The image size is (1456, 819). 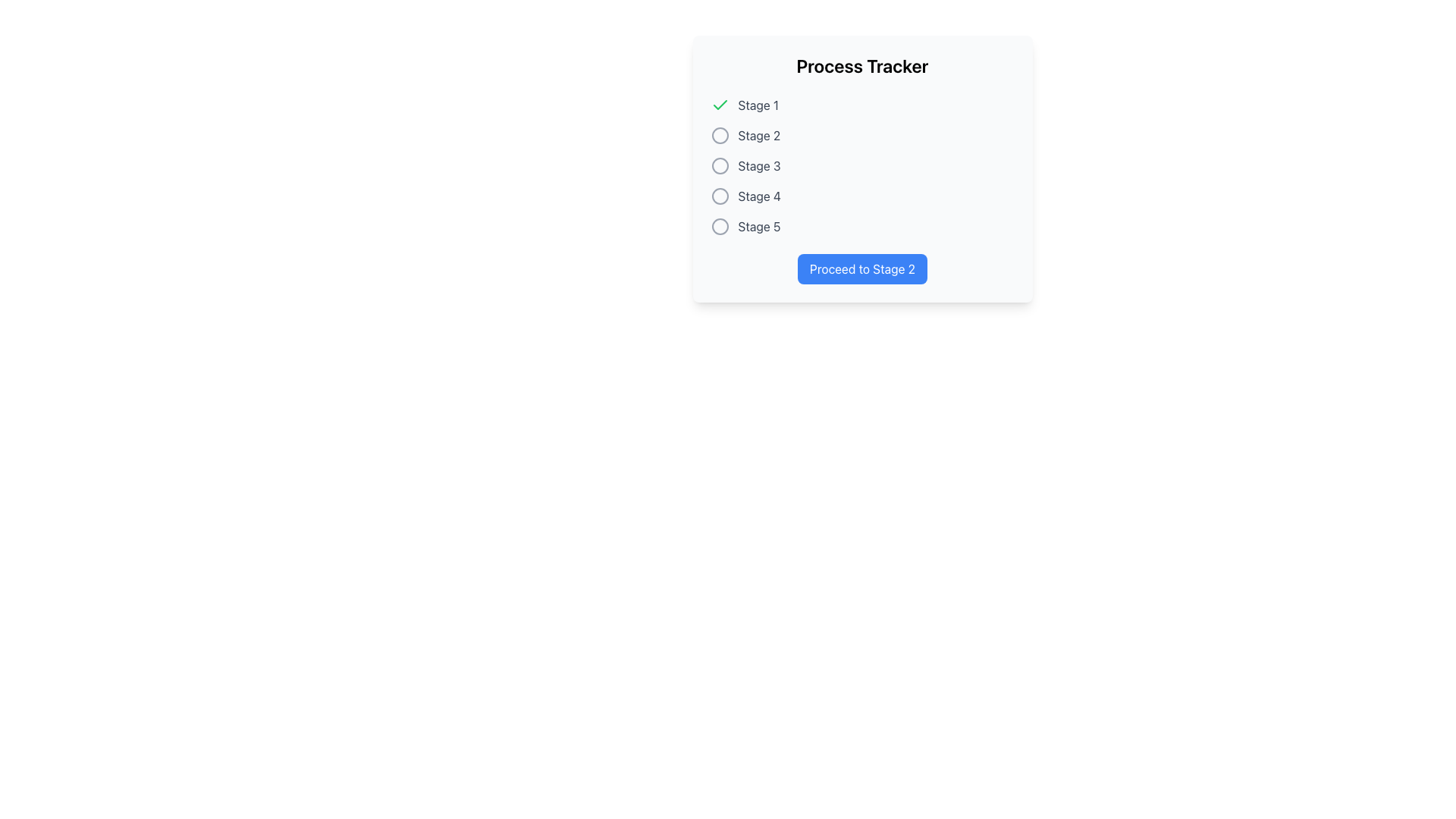 What do you see at coordinates (759, 134) in the screenshot?
I see `the text label 'Stage 2', which is styled in gray color and is part of a checklist-like interface, positioned adjacent to the second radio button` at bounding box center [759, 134].